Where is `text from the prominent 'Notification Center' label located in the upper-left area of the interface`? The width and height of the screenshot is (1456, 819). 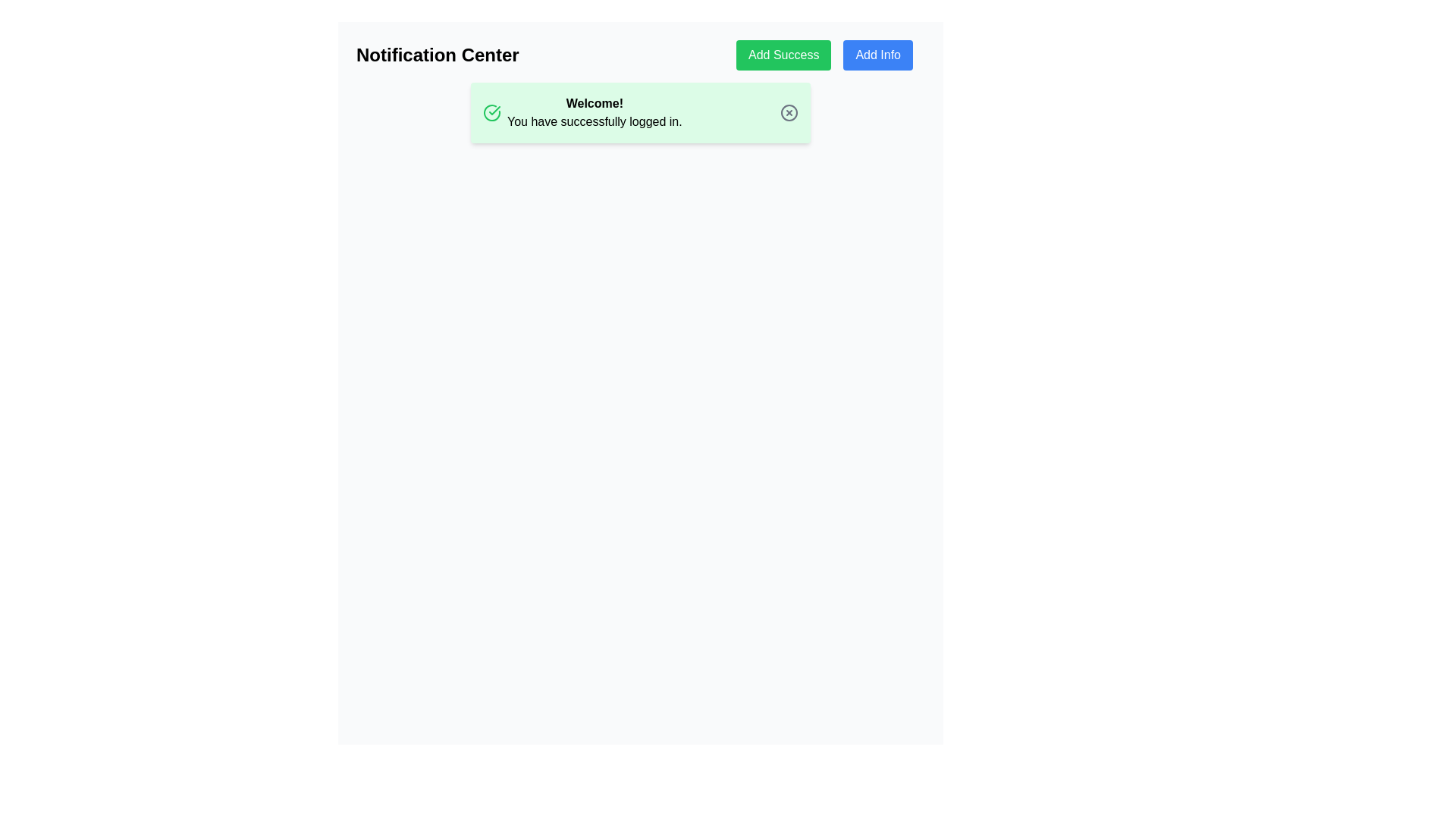
text from the prominent 'Notification Center' label located in the upper-left area of the interface is located at coordinates (437, 55).